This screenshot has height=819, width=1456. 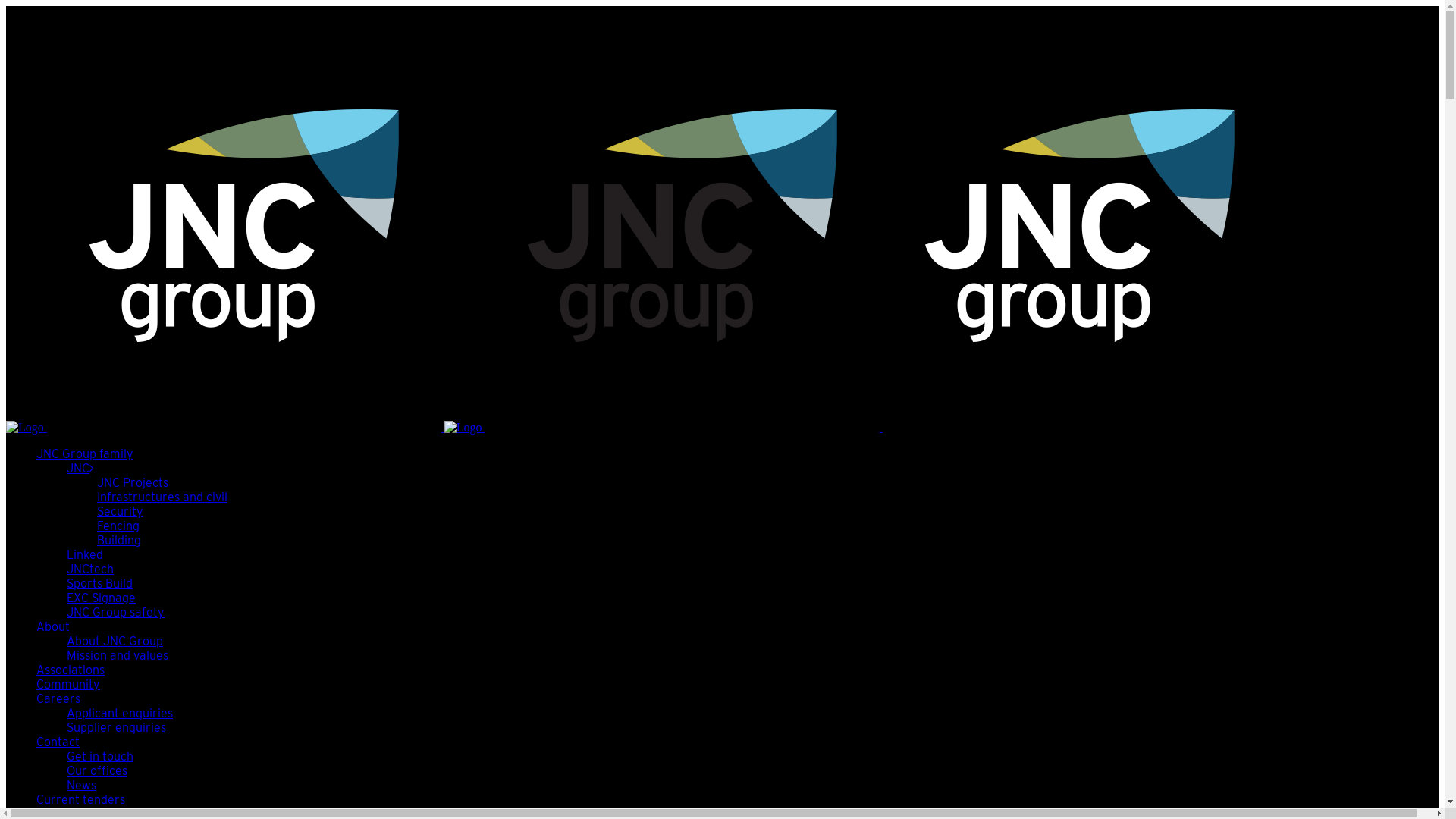 I want to click on 'JNC', so click(x=79, y=467).